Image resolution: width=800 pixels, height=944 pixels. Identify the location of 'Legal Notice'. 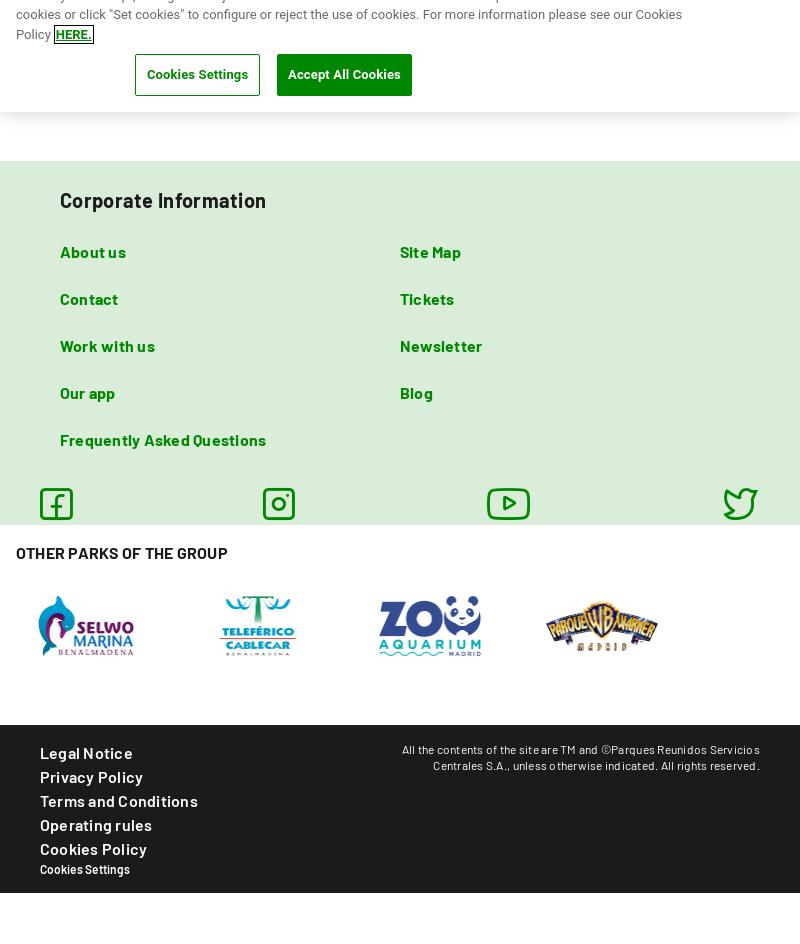
(86, 751).